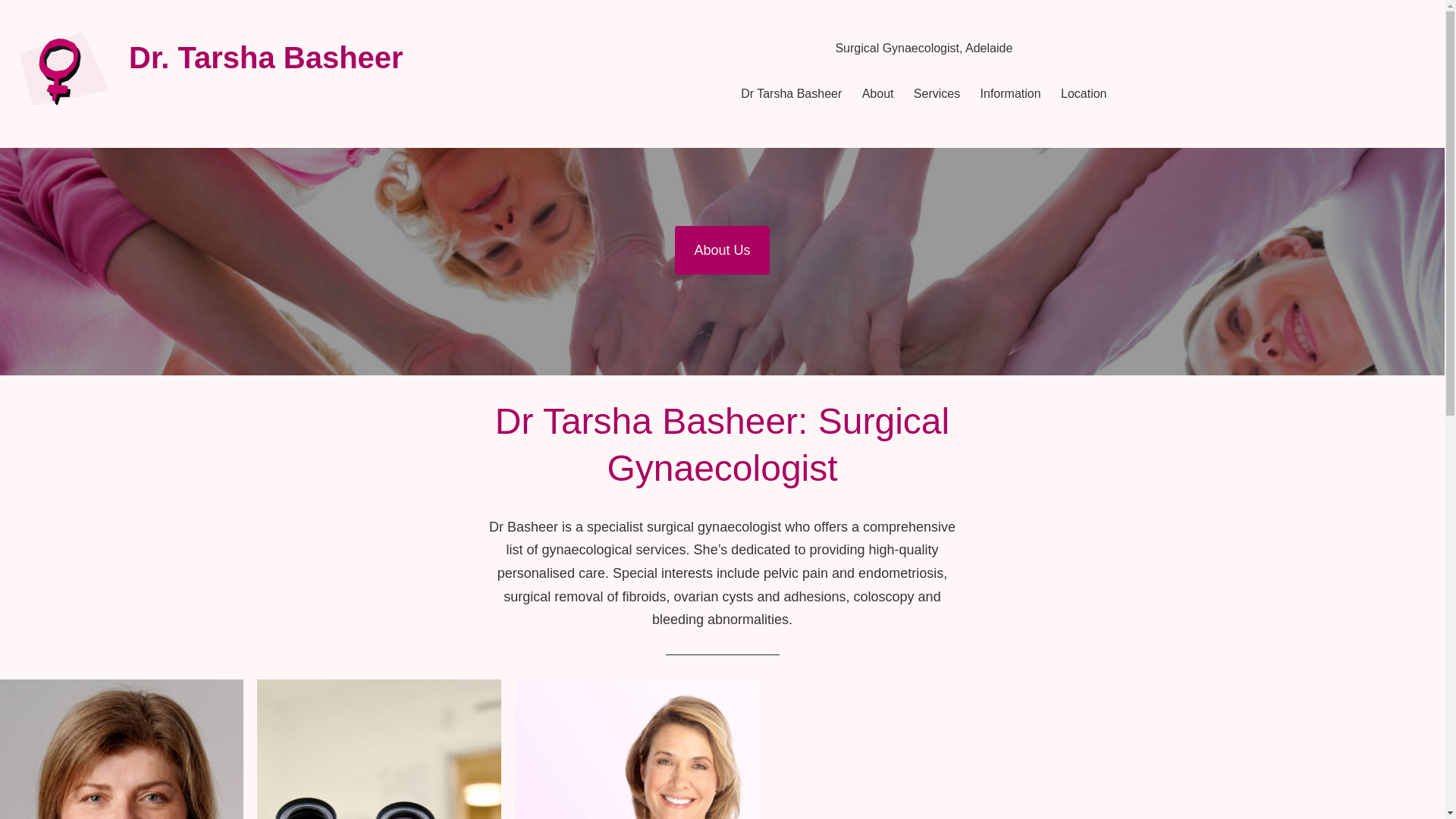 This screenshot has width=1456, height=819. Describe the element at coordinates (936, 93) in the screenshot. I see `'Services'` at that location.